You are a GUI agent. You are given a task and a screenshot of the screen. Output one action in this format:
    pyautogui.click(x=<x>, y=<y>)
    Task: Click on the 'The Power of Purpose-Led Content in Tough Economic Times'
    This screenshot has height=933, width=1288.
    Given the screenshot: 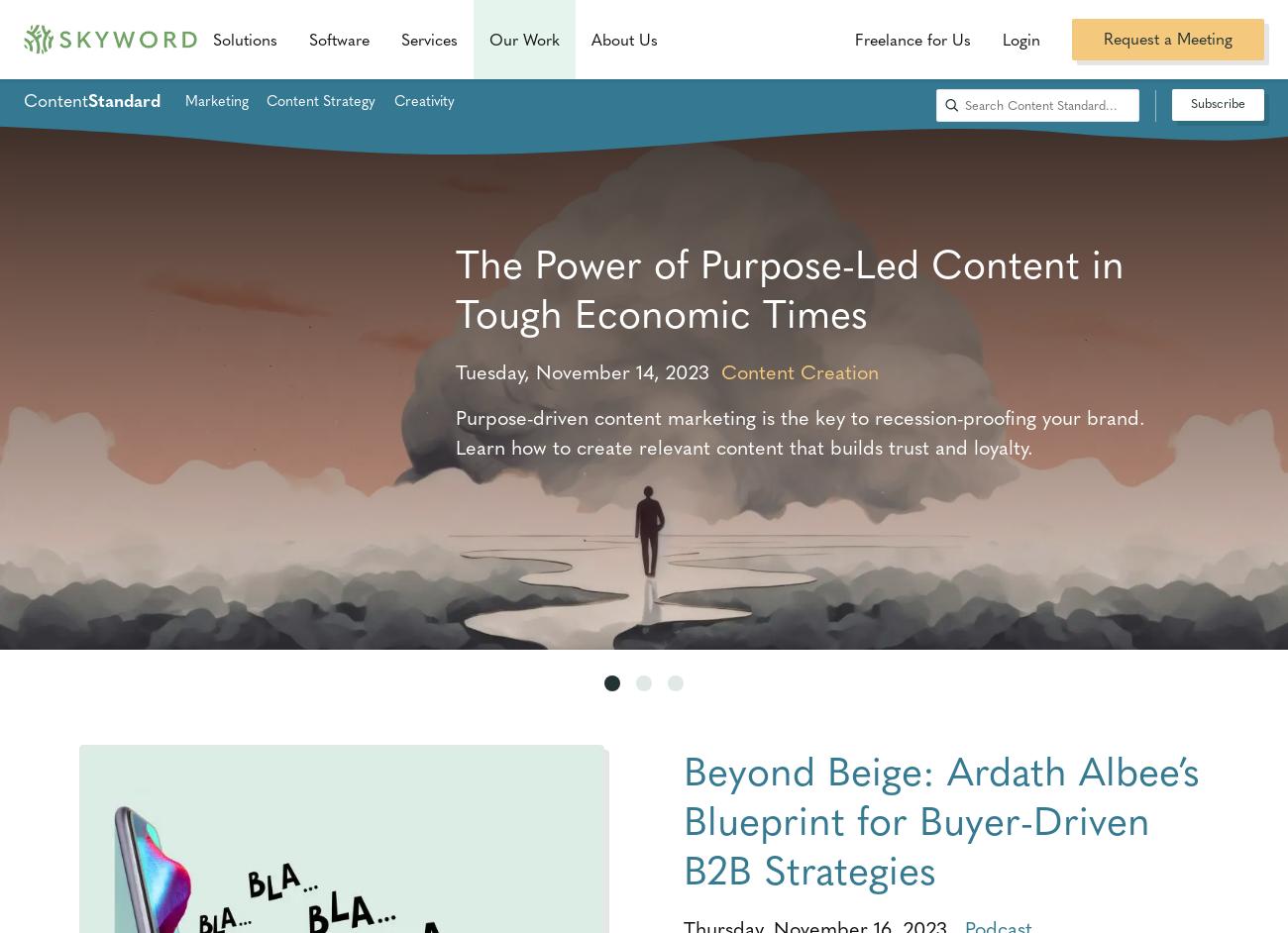 What is the action you would take?
    pyautogui.click(x=454, y=286)
    